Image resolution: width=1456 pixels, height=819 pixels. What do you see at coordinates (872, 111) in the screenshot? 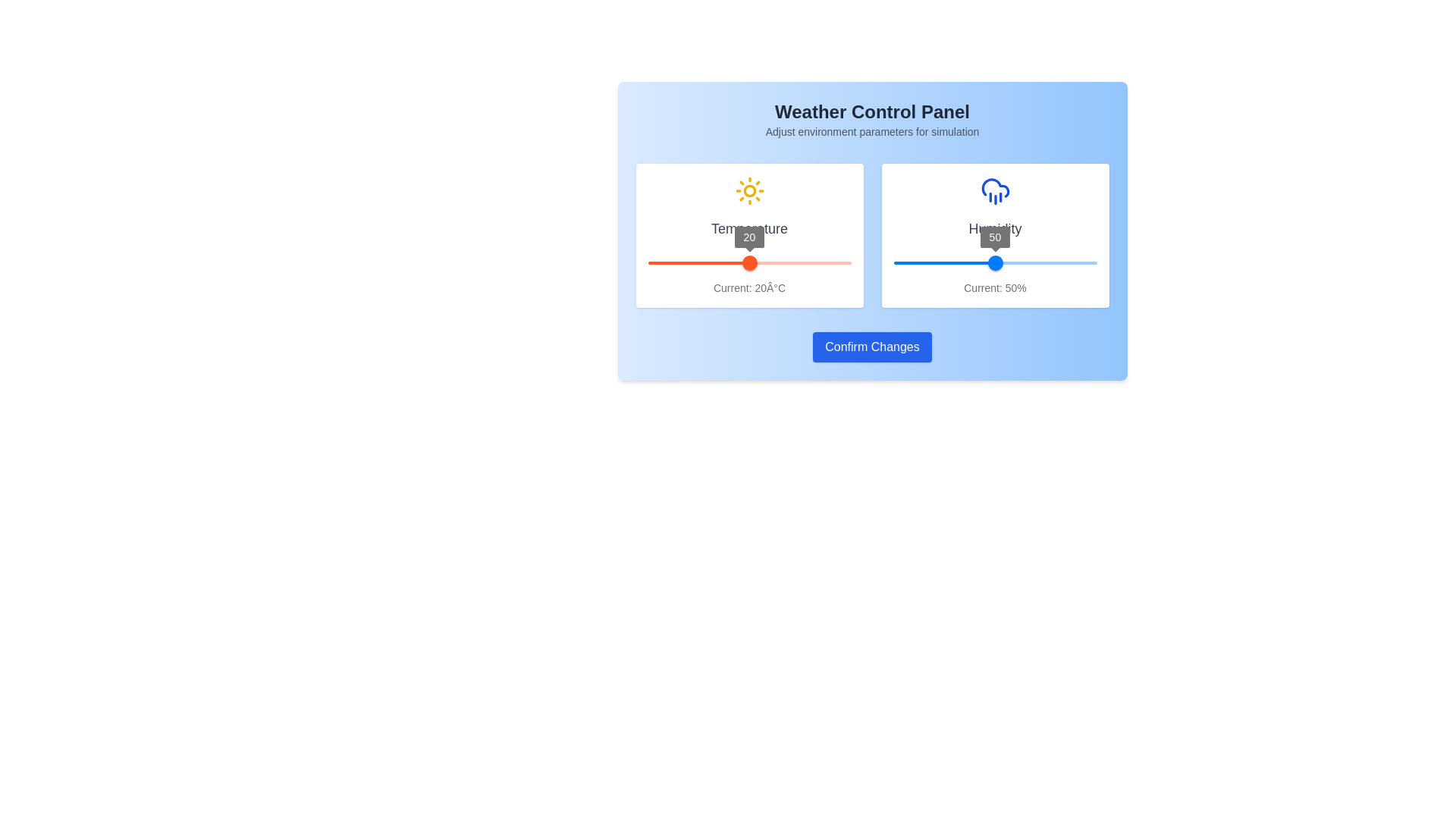
I see `the prominently styled heading text label 'Weather Control Panel' located at the top-center of the layout` at bounding box center [872, 111].